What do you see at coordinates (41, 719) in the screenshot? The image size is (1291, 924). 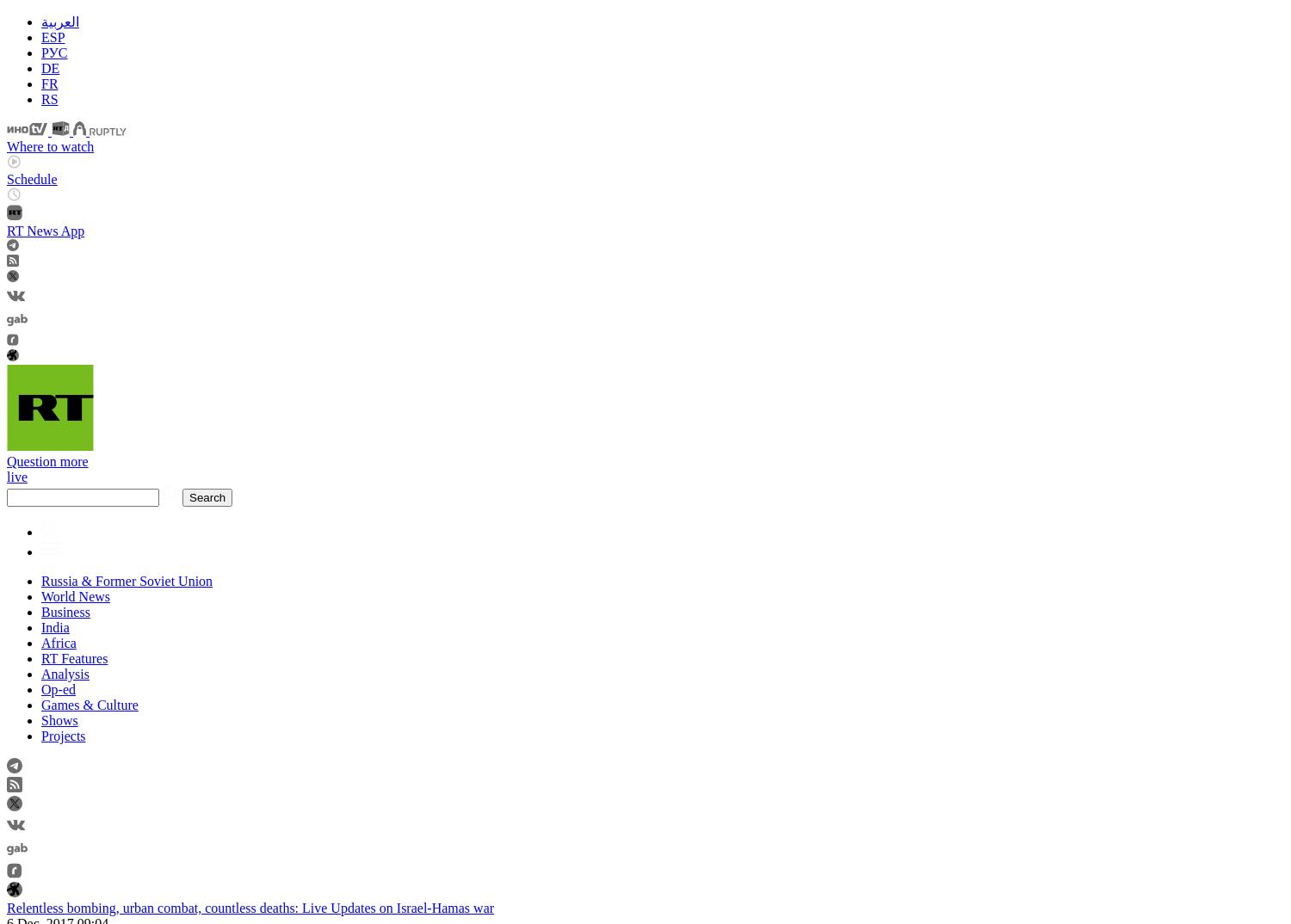 I see `'Shows'` at bounding box center [41, 719].